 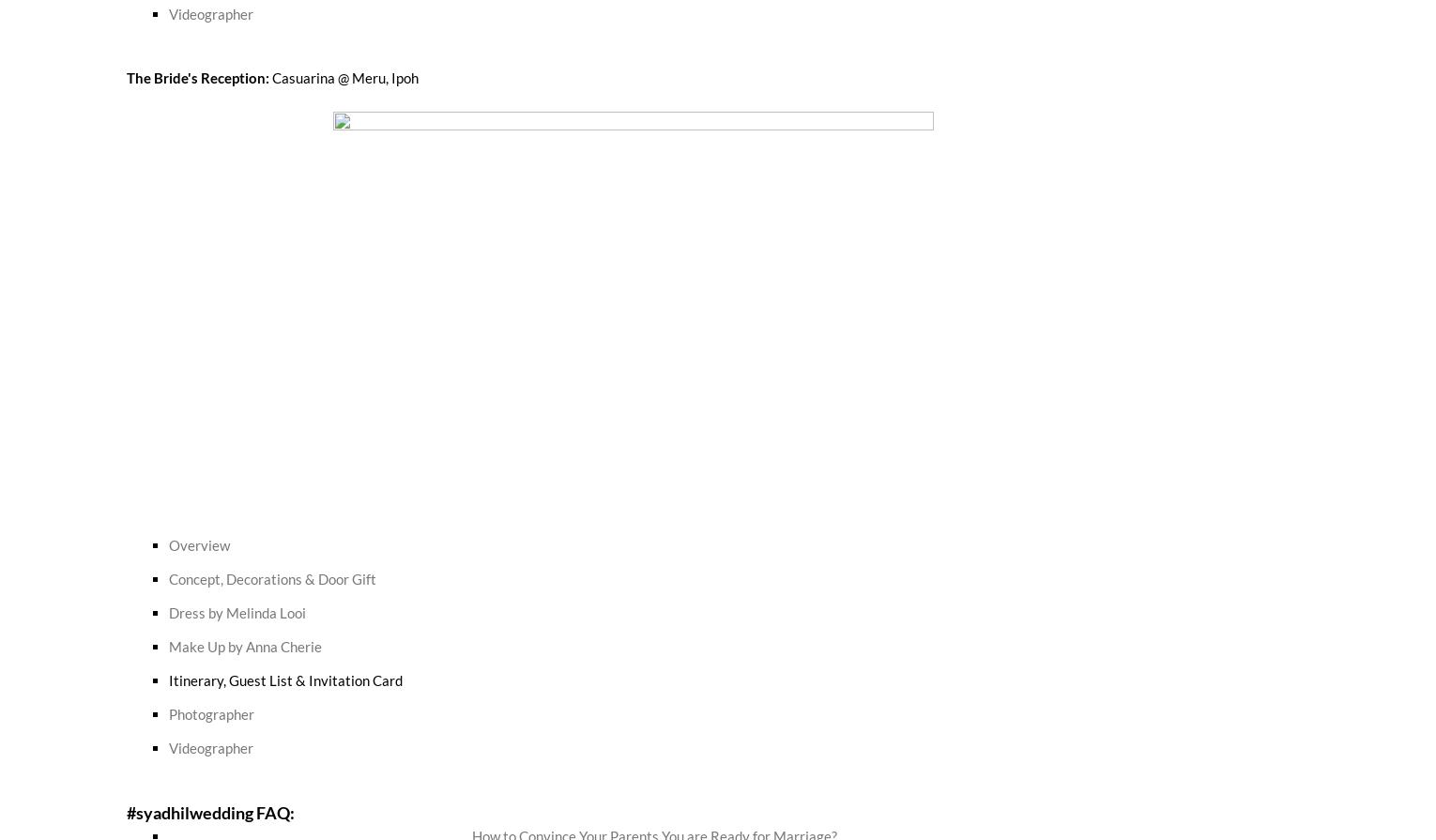 What do you see at coordinates (199, 542) in the screenshot?
I see `'Overview'` at bounding box center [199, 542].